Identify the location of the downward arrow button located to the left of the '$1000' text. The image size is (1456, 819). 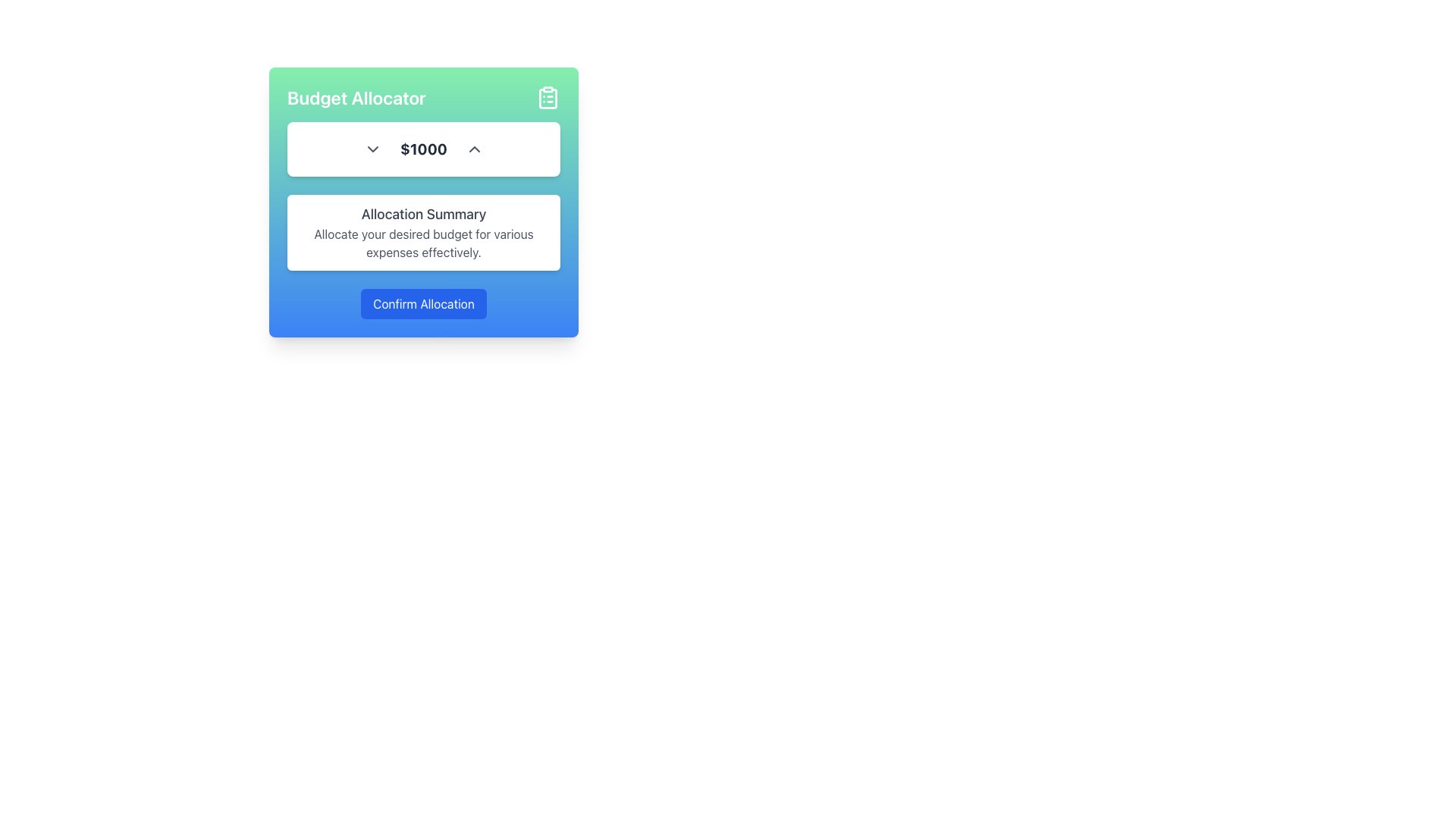
(373, 149).